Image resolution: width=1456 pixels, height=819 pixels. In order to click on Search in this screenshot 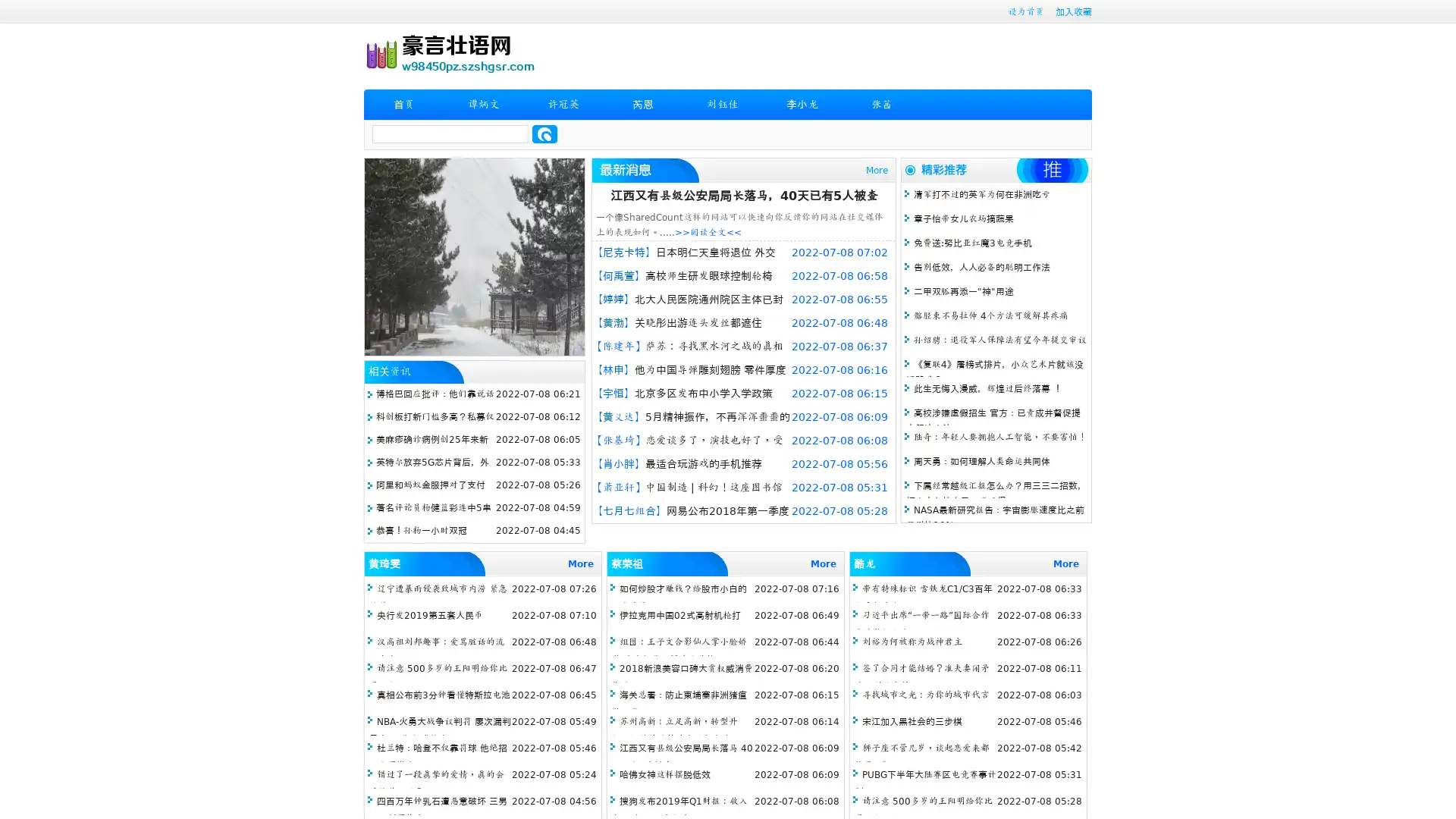, I will do `click(544, 133)`.